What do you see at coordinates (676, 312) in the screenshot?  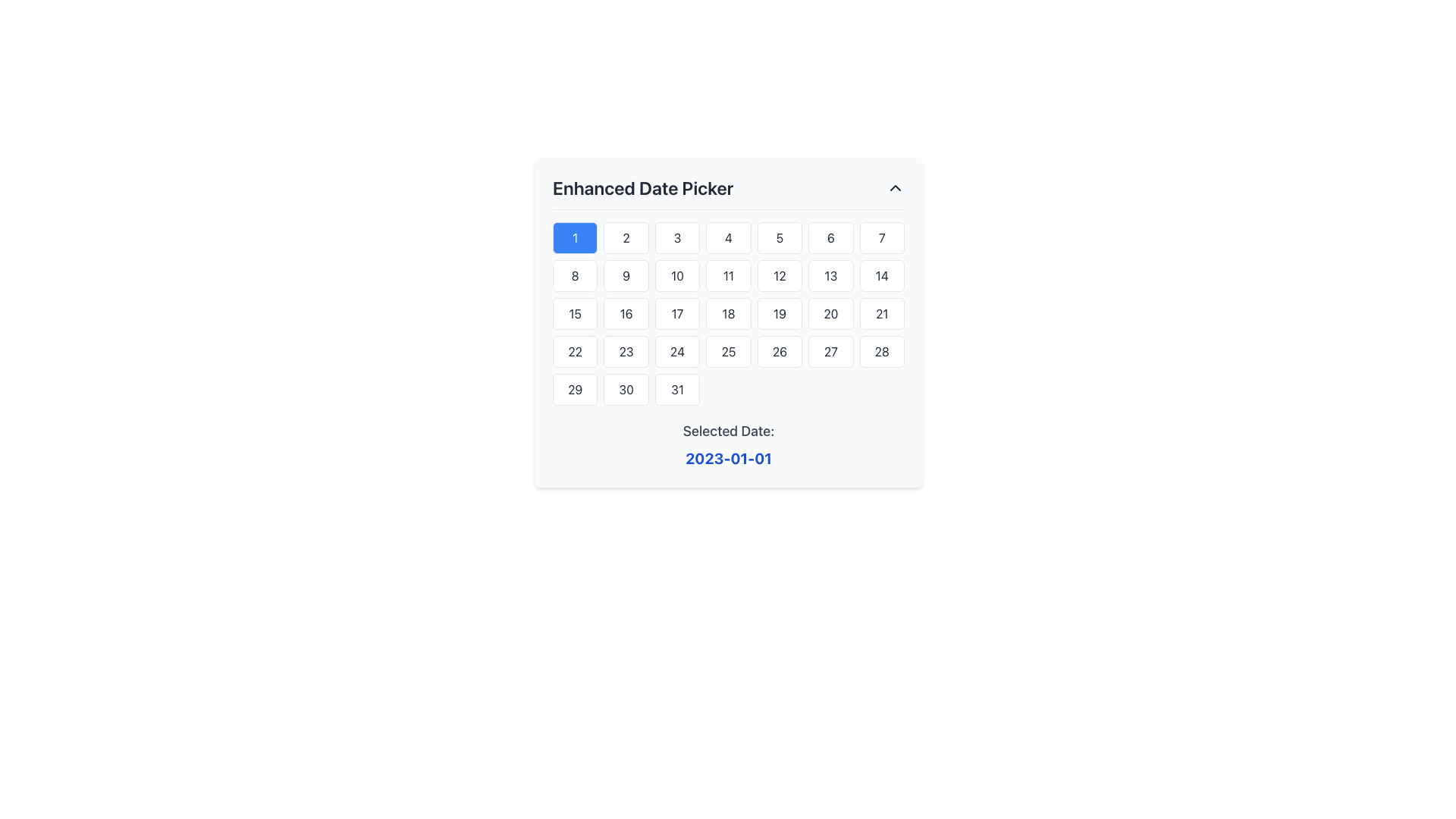 I see `the button representing the date '17'` at bounding box center [676, 312].